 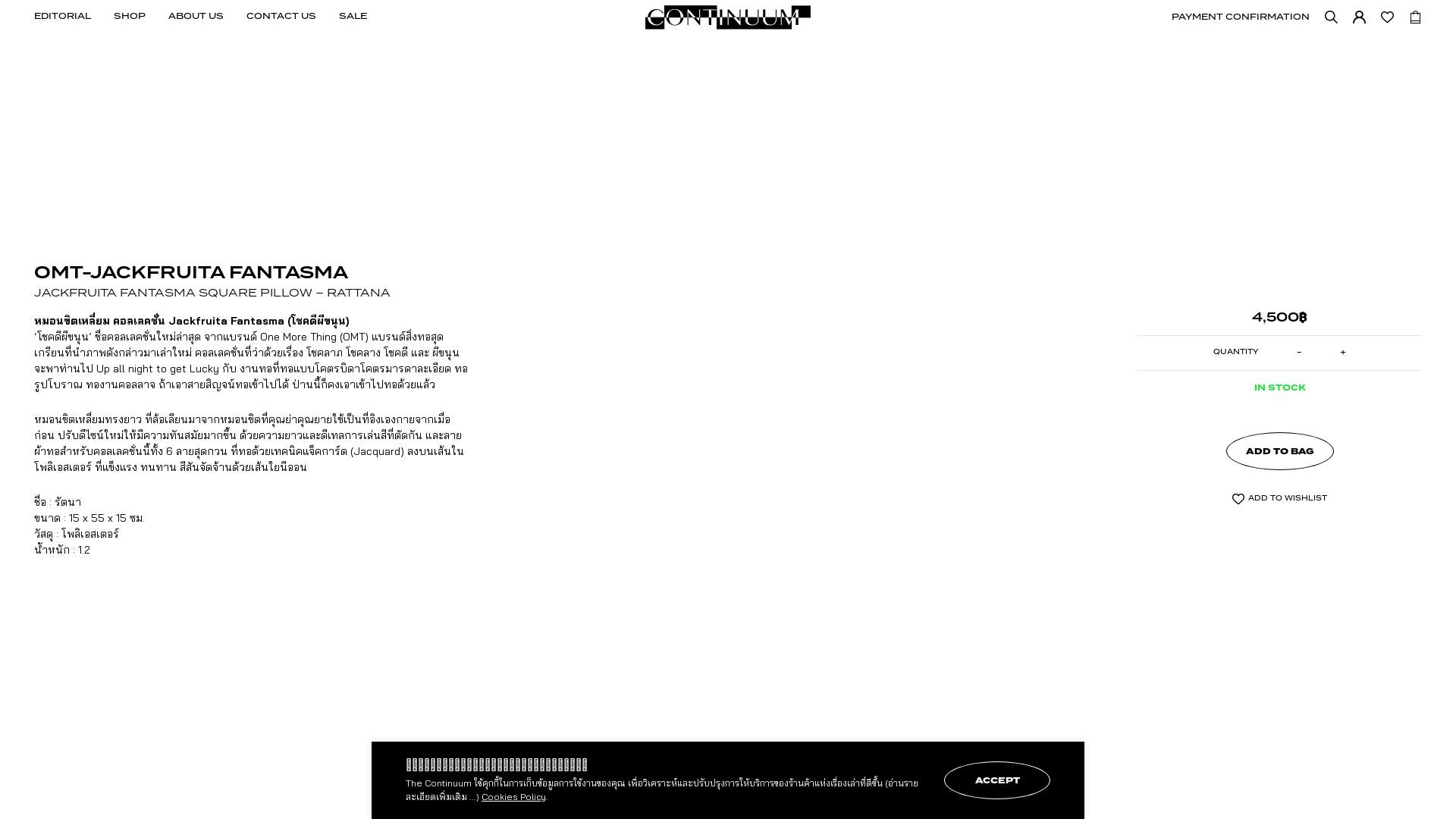 What do you see at coordinates (195, 17) in the screenshot?
I see `'ABOUT US'` at bounding box center [195, 17].